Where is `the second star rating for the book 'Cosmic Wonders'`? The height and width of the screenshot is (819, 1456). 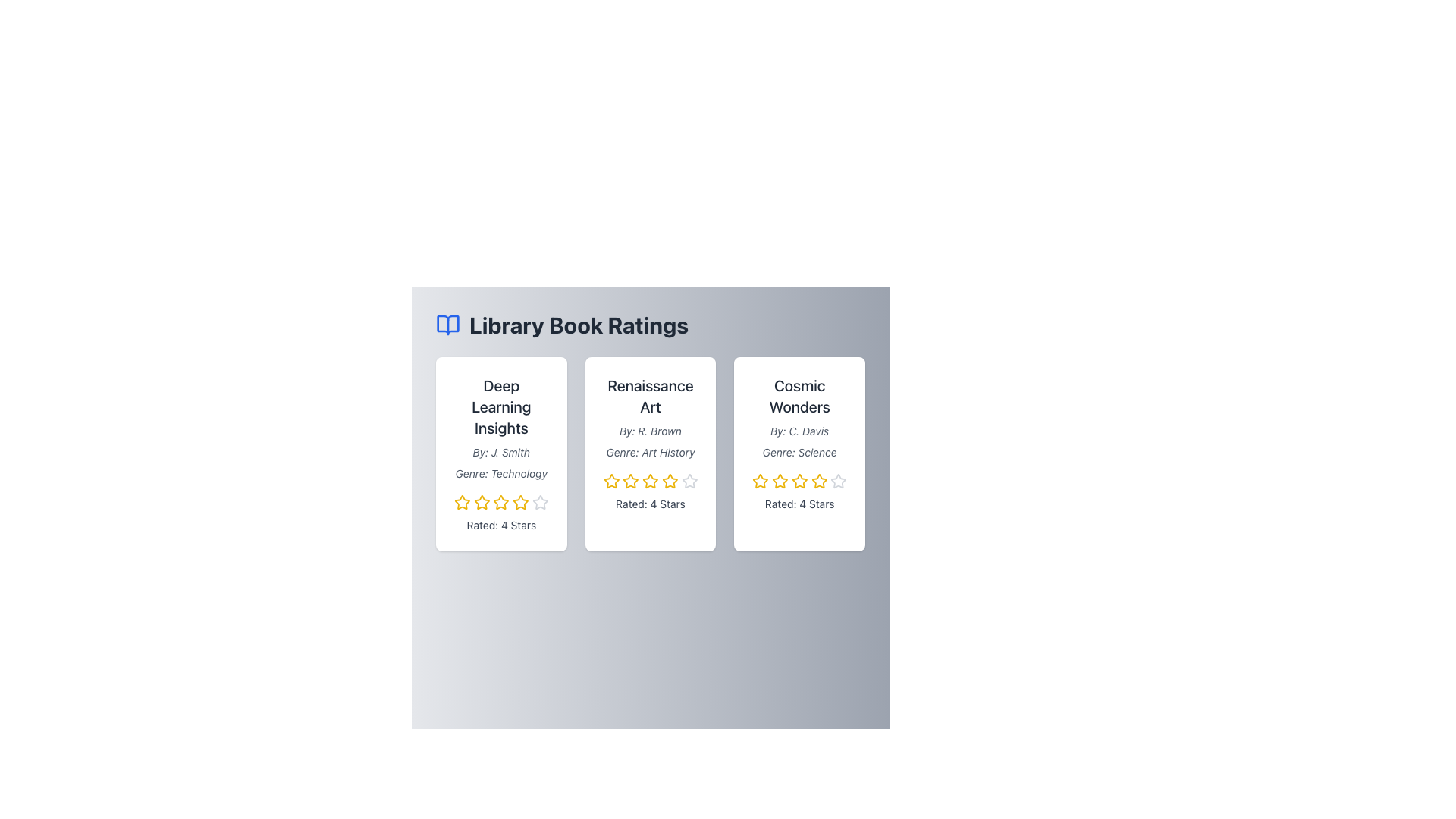
the second star rating for the book 'Cosmic Wonders' is located at coordinates (761, 482).